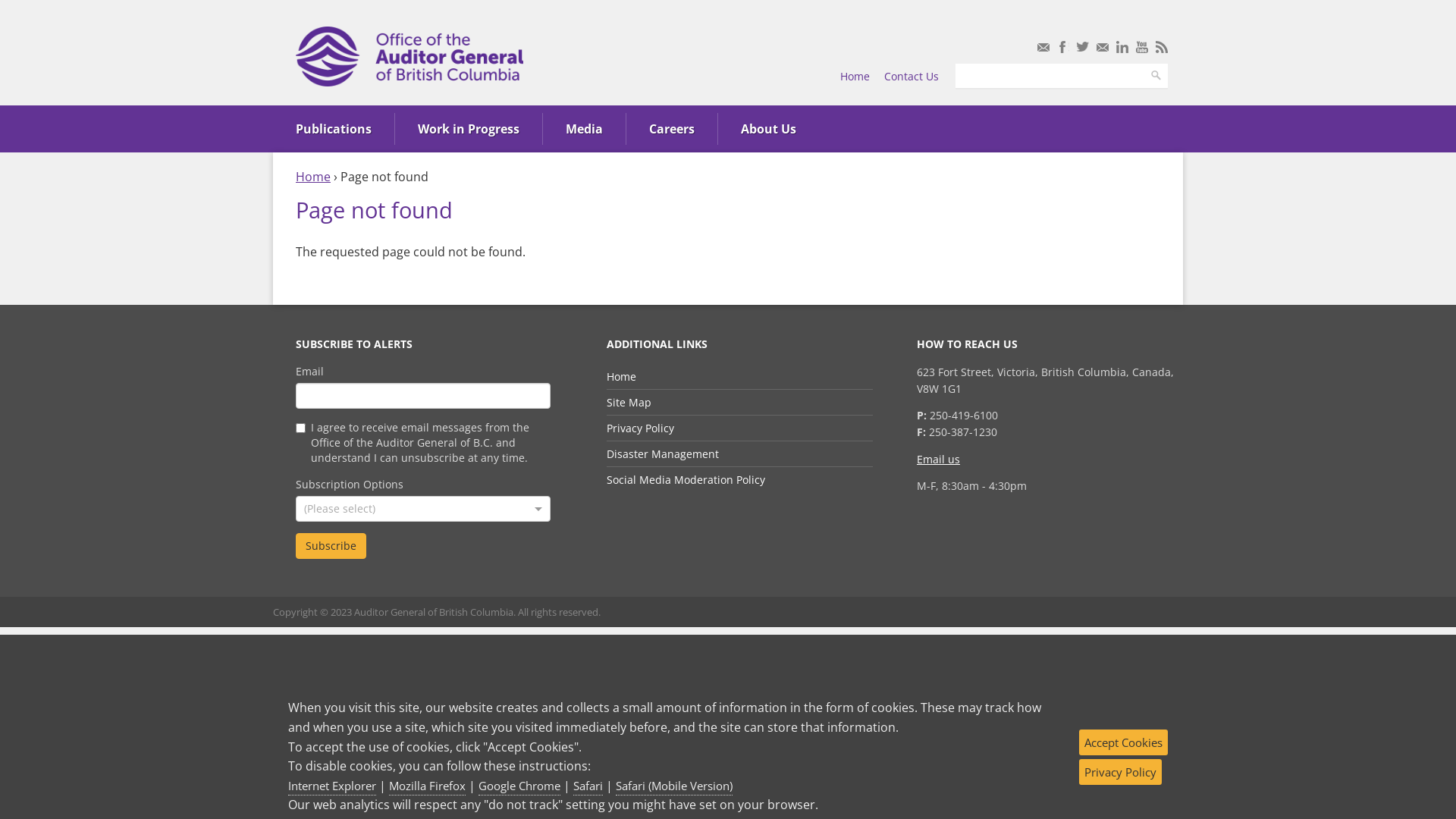 The width and height of the screenshot is (1456, 819). Describe the element at coordinates (768, 127) in the screenshot. I see `'About Us'` at that location.